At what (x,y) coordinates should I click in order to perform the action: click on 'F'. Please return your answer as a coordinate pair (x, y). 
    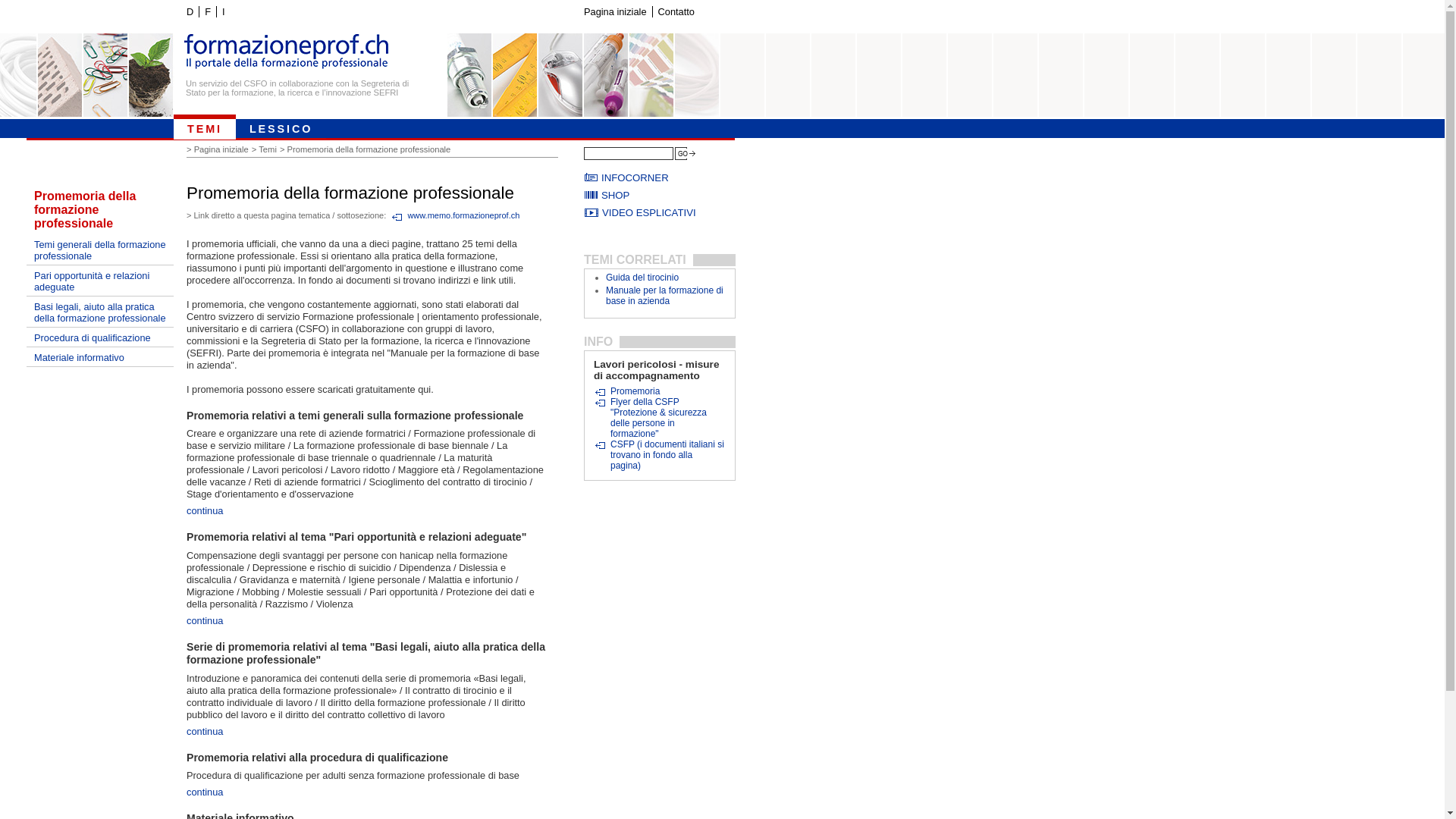
    Looking at the image, I should click on (206, 11).